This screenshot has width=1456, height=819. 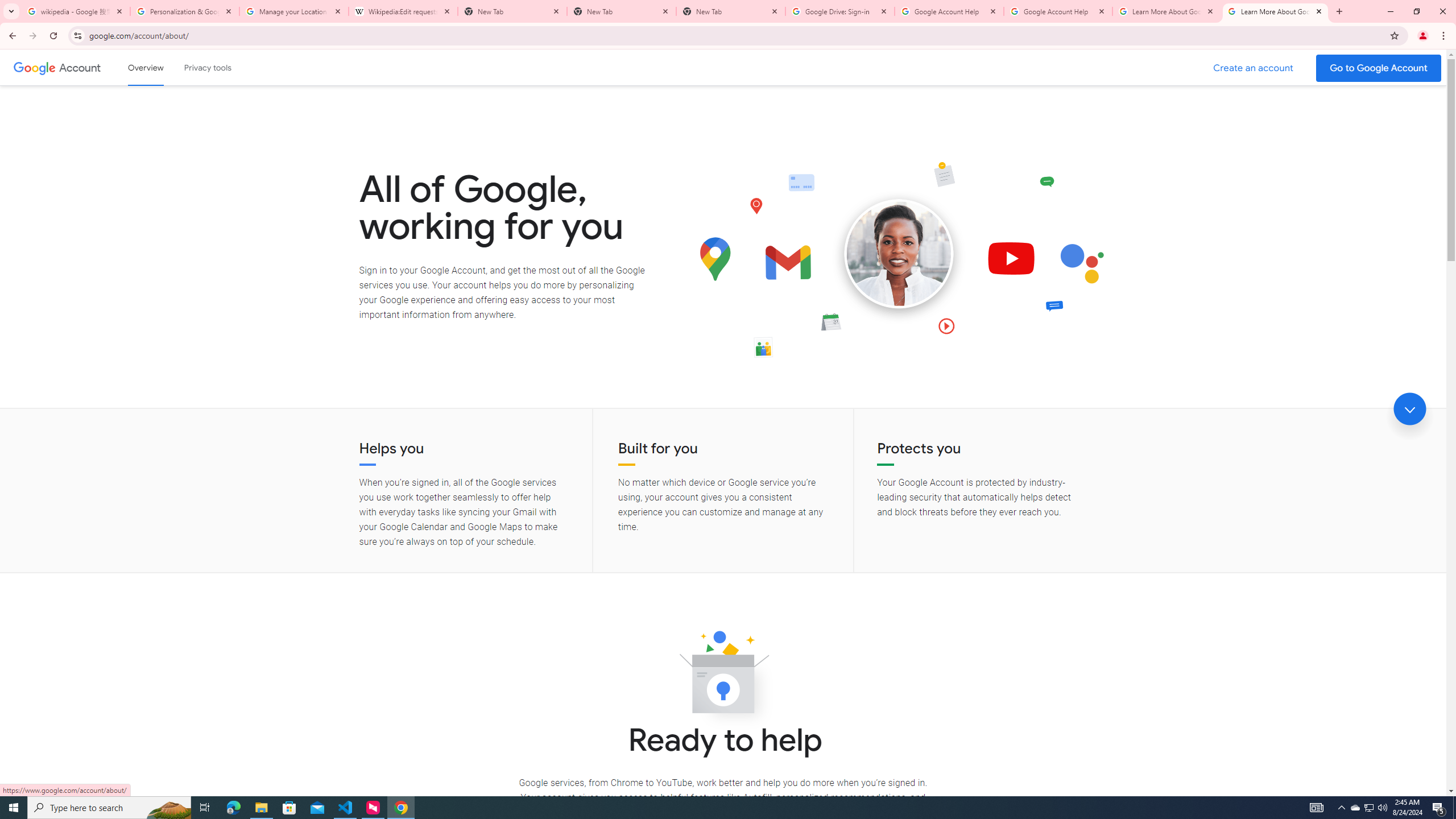 What do you see at coordinates (723, 675) in the screenshot?
I see `'Ready to help'` at bounding box center [723, 675].